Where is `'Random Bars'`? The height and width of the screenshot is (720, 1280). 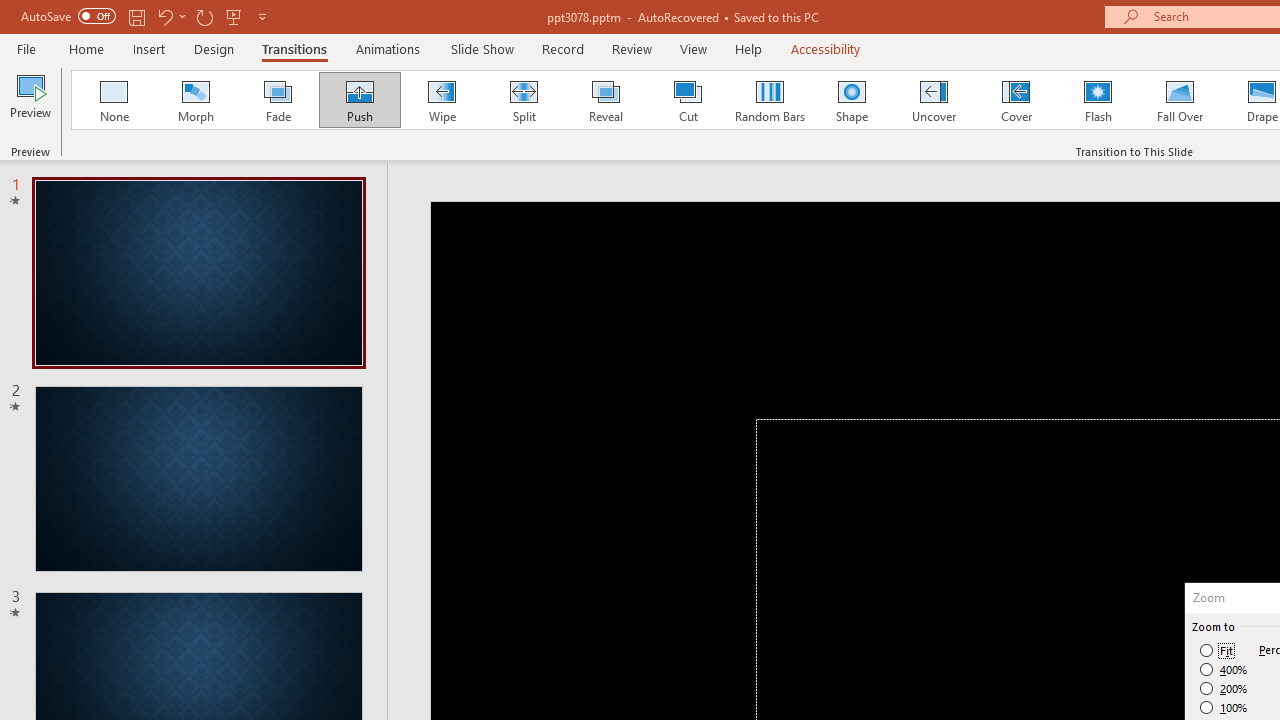 'Random Bars' is located at coordinates (769, 100).